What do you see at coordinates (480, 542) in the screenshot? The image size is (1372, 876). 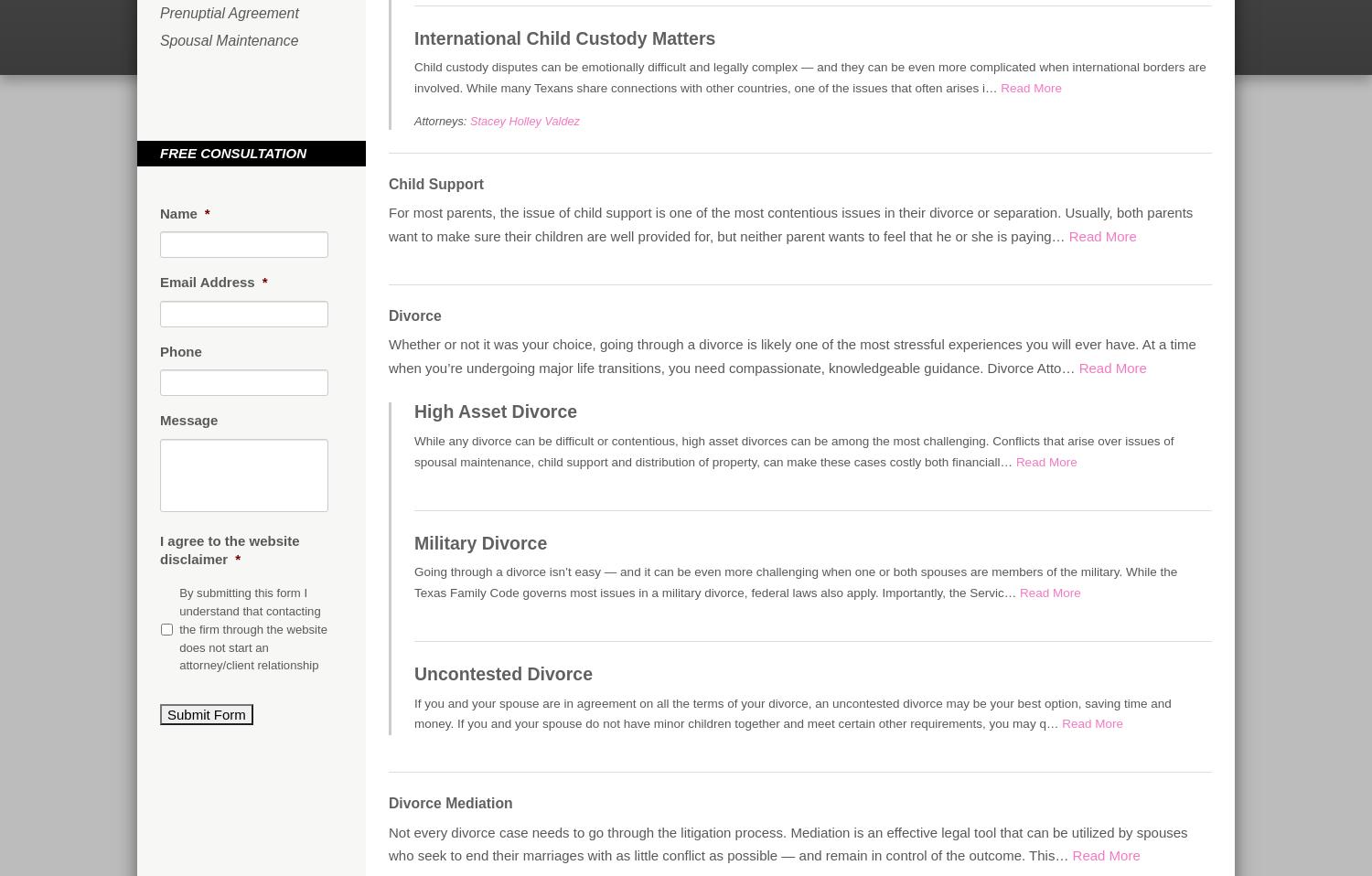 I see `'Military Divorce'` at bounding box center [480, 542].